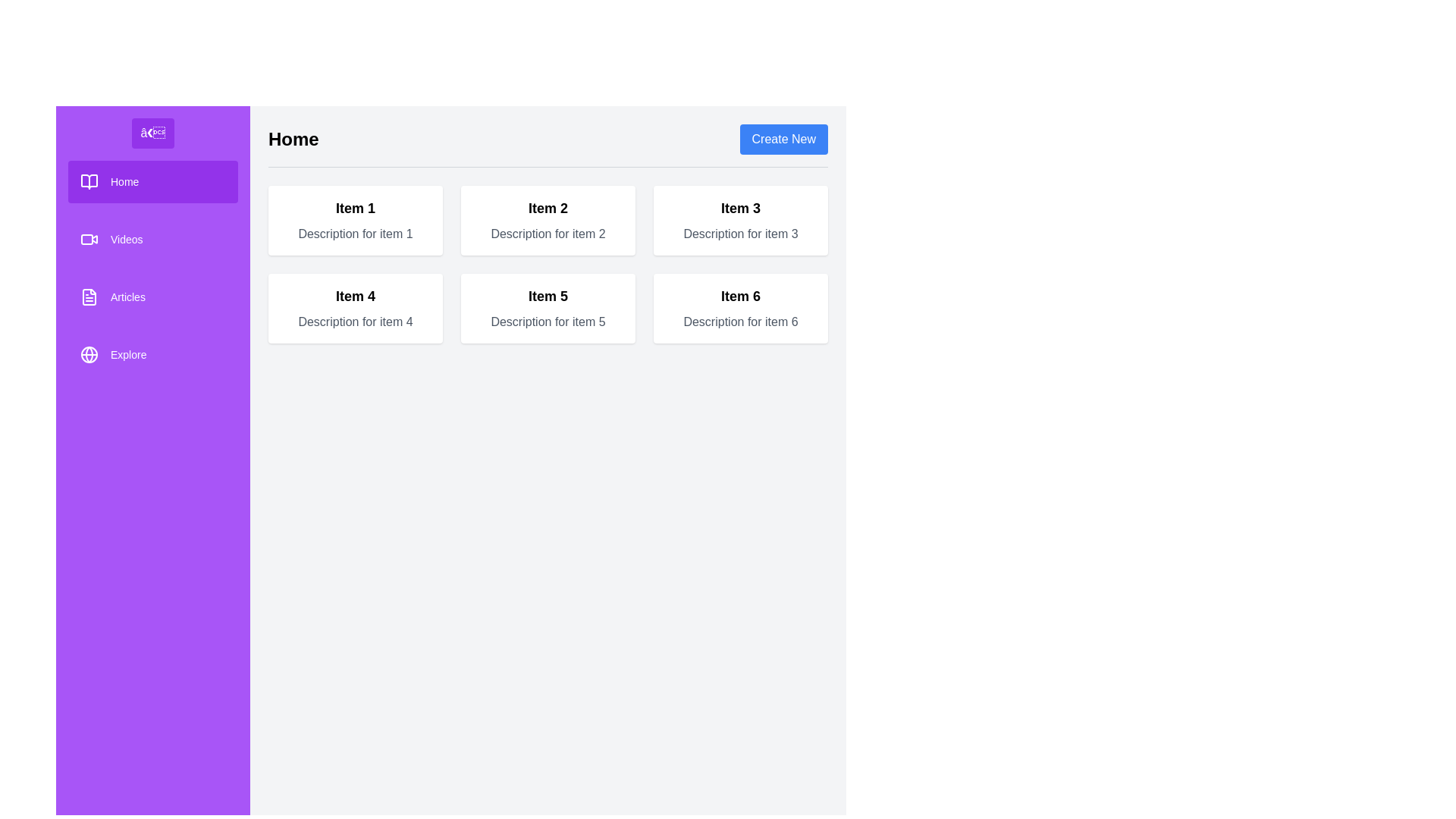 The width and height of the screenshot is (1456, 819). Describe the element at coordinates (89, 180) in the screenshot. I see `the compact, rounded square icon with a purple background and white book graphic located in the sidebar navigation menu, positioned next` at that location.